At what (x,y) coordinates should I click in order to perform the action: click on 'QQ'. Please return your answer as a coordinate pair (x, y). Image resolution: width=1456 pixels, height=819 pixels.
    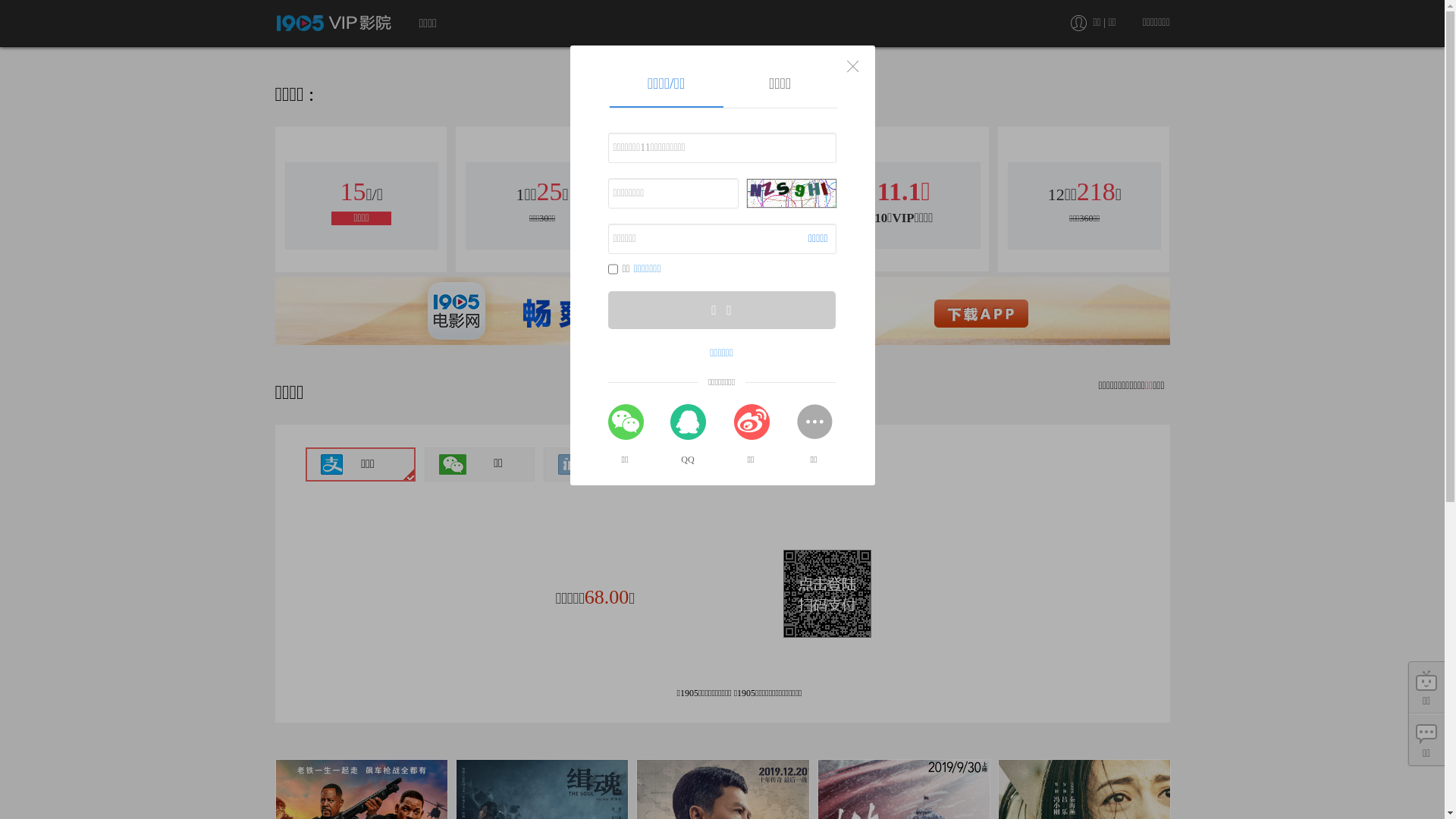
    Looking at the image, I should click on (687, 431).